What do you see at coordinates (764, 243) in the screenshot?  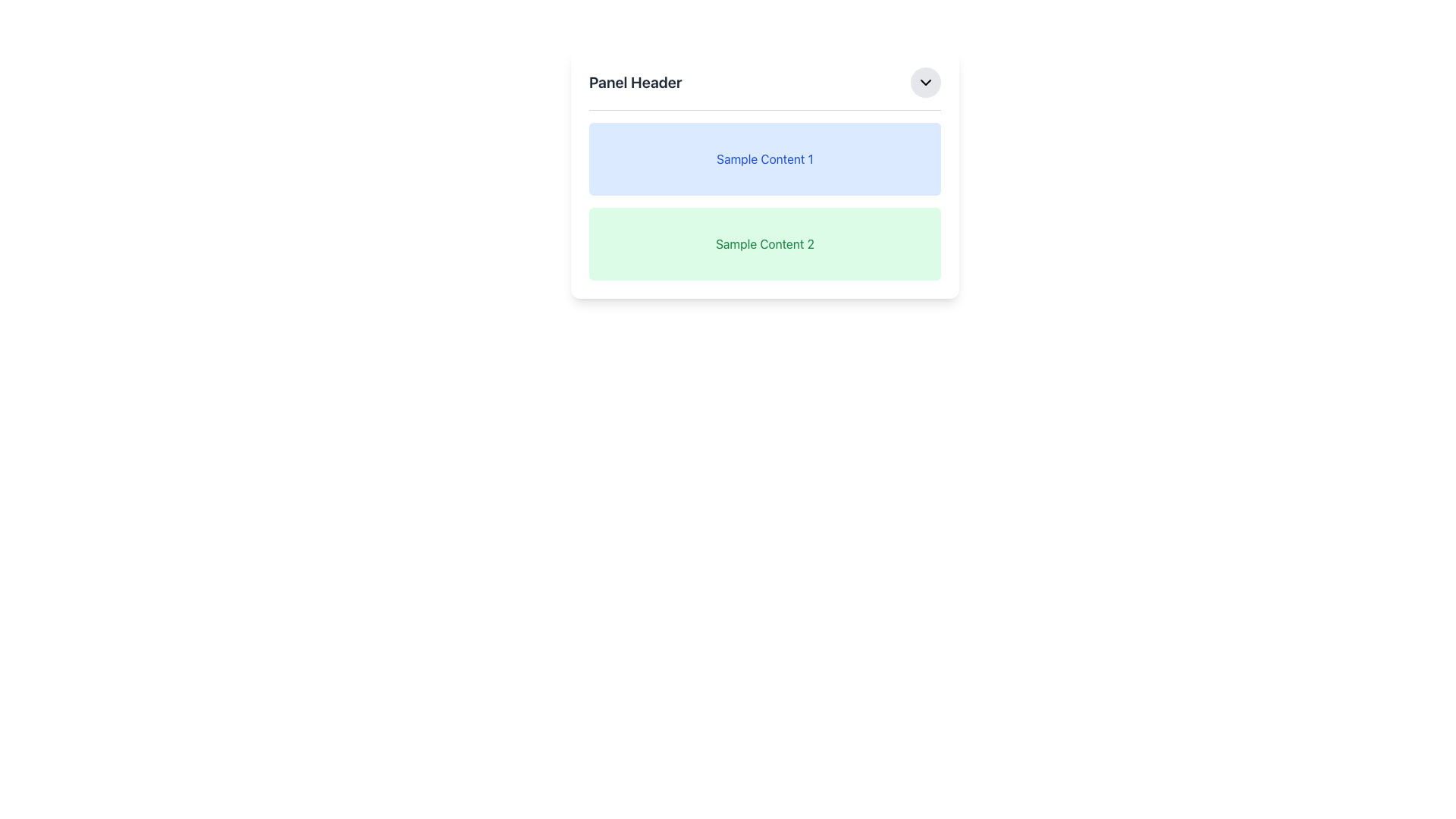 I see `the Text Label located in the center of the light green section below the blue section labeled 'Sample Content 1'` at bounding box center [764, 243].